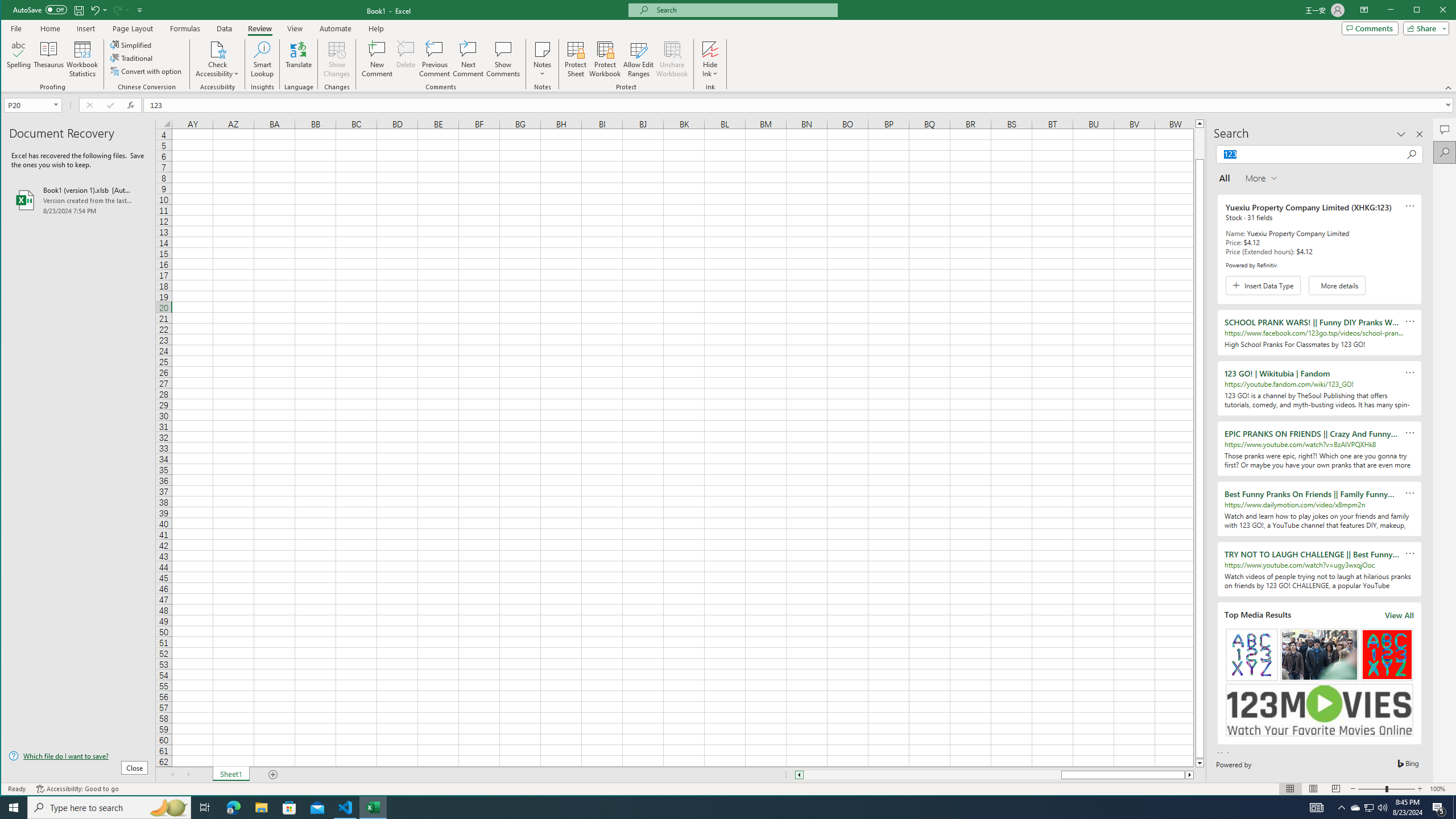 The image size is (1456, 819). Describe the element at coordinates (1449, 87) in the screenshot. I see `'Collapse the Ribbon'` at that location.